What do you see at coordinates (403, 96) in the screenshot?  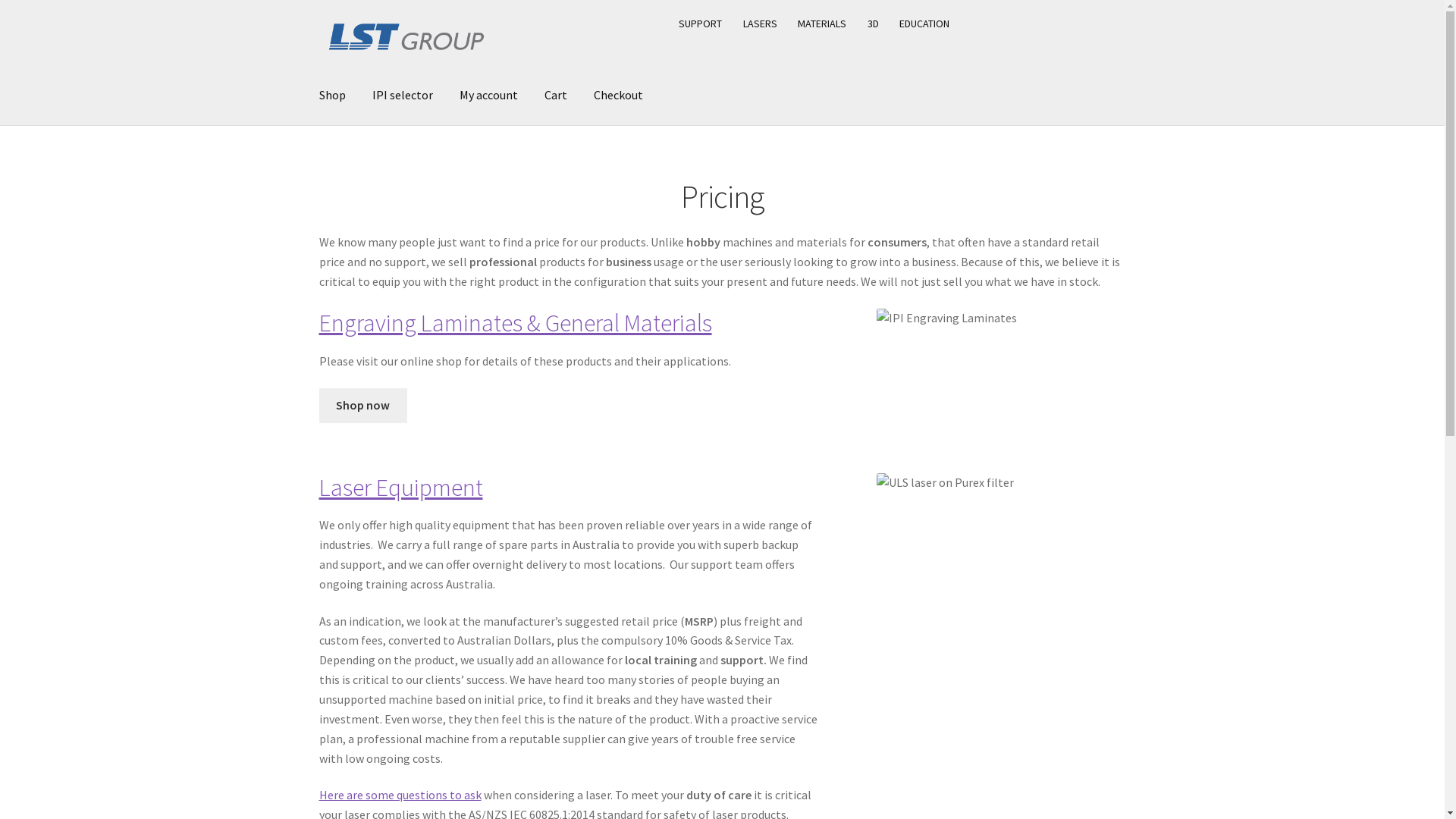 I see `'IPI selector'` at bounding box center [403, 96].